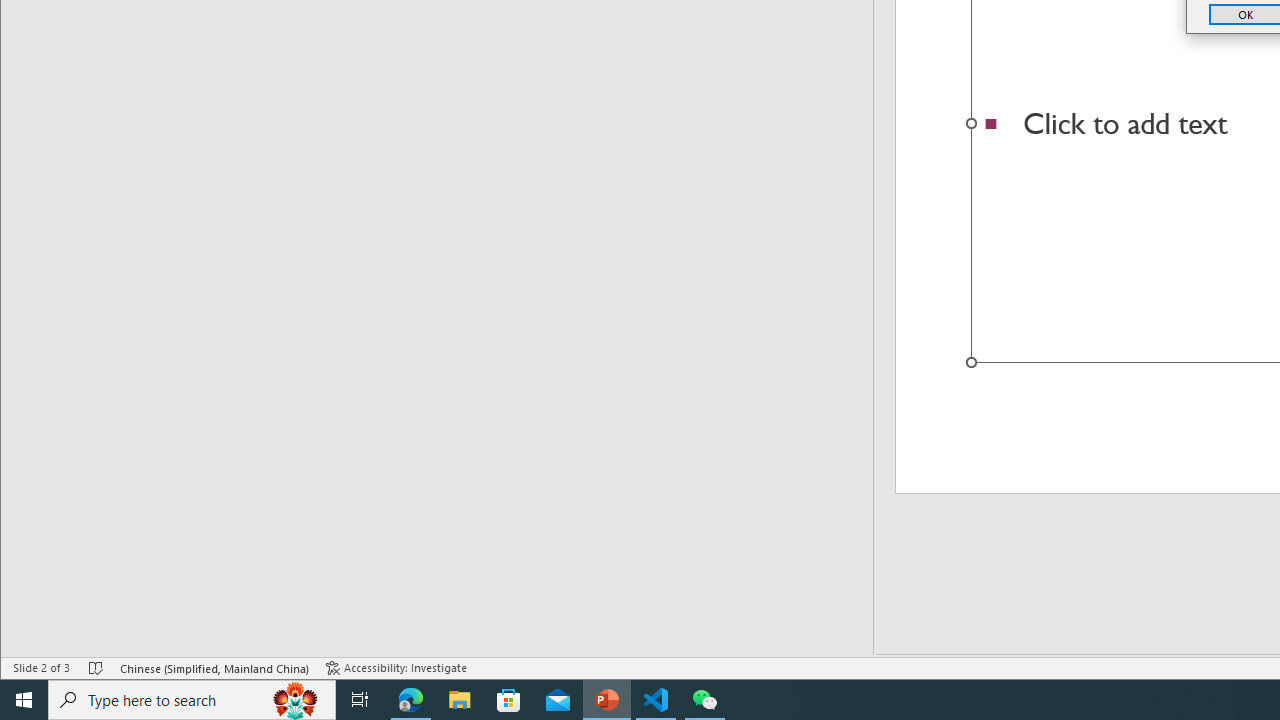 The height and width of the screenshot is (720, 1280). What do you see at coordinates (705, 698) in the screenshot?
I see `'WeChat - 1 running window'` at bounding box center [705, 698].